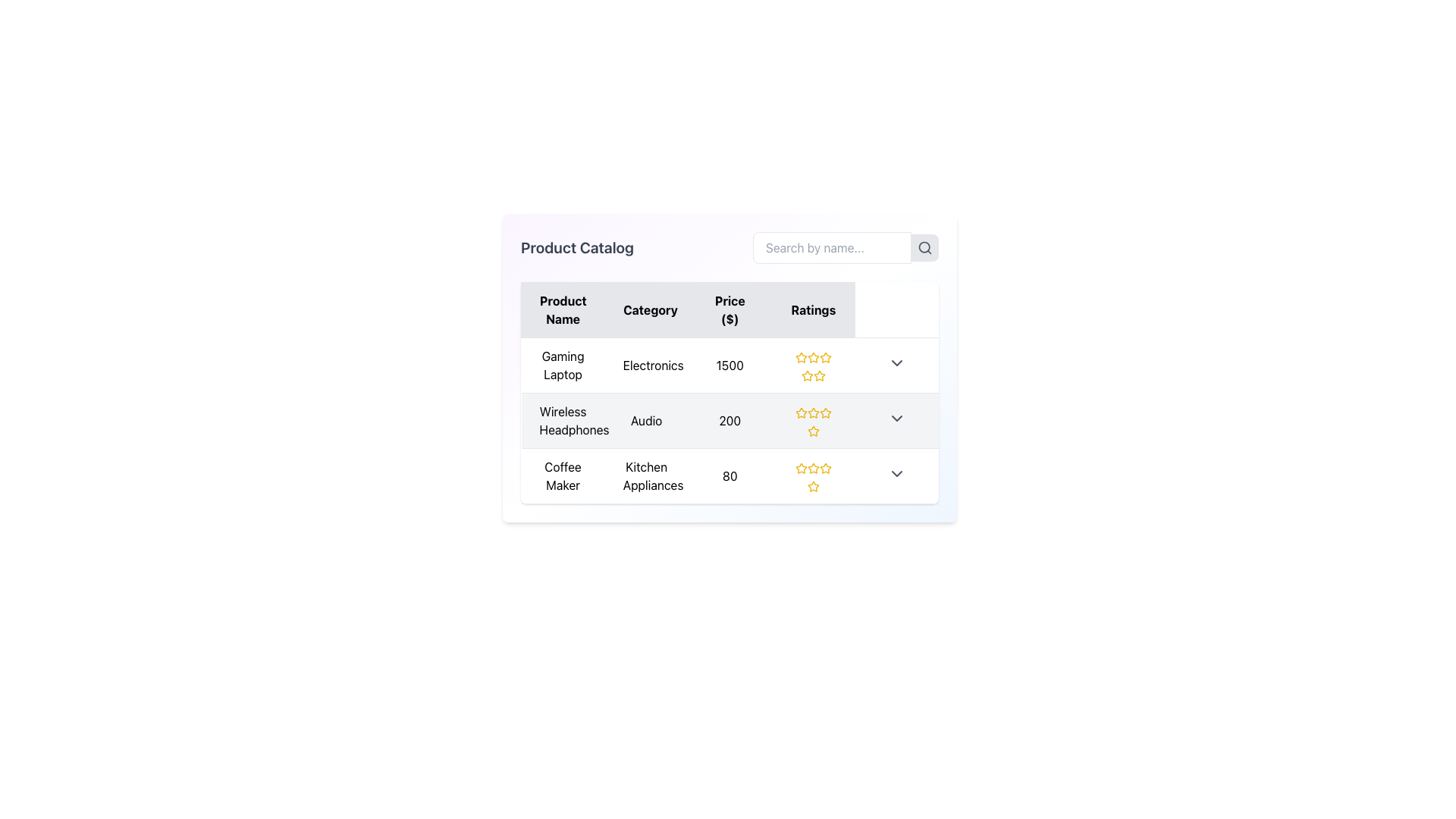  Describe the element at coordinates (896, 475) in the screenshot. I see `the dropdown trigger icon in the last column of the row for 'Coffee Maker'` at that location.